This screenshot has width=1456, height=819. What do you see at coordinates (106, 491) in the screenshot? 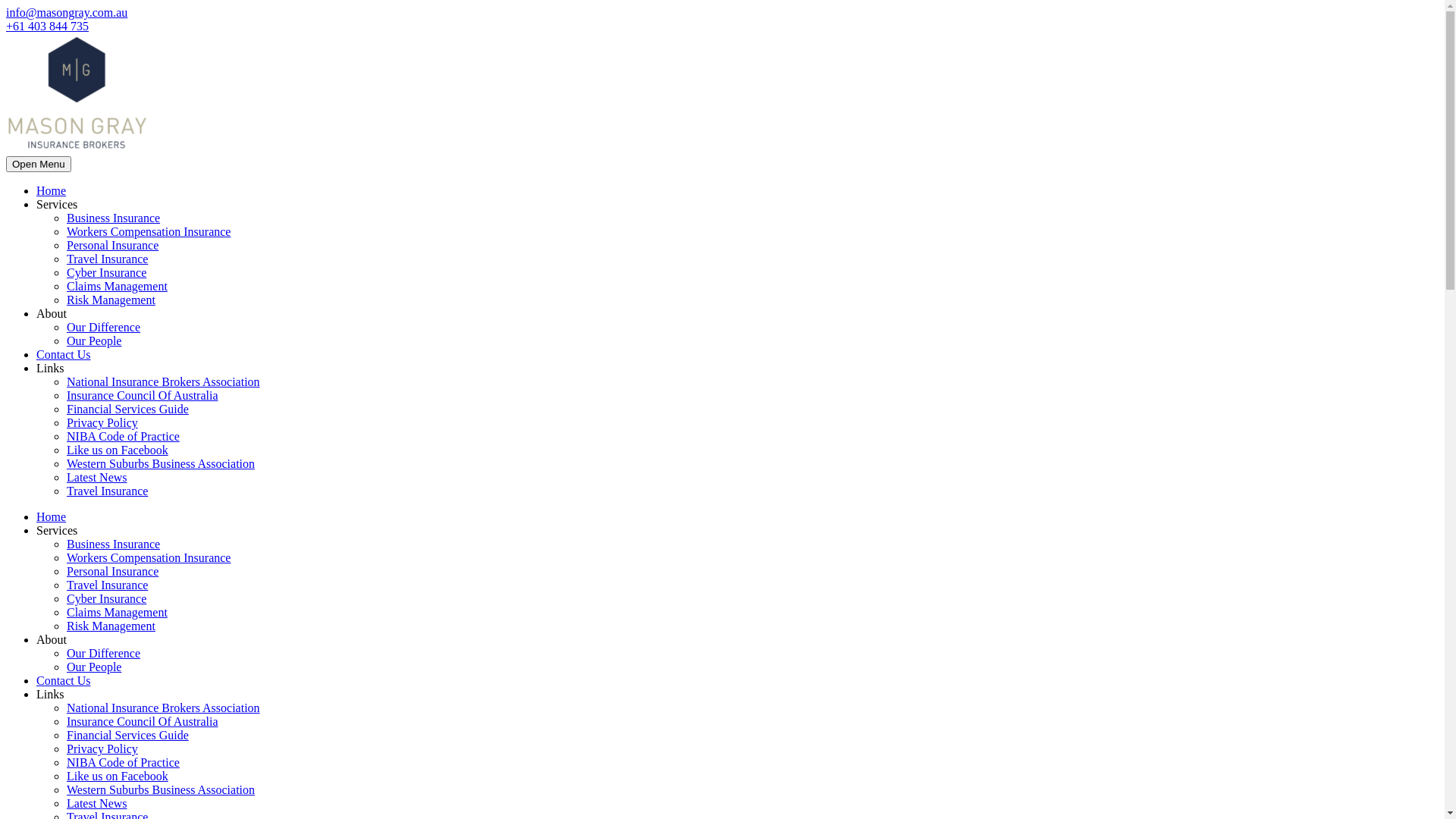
I see `'Travel Insurance'` at bounding box center [106, 491].